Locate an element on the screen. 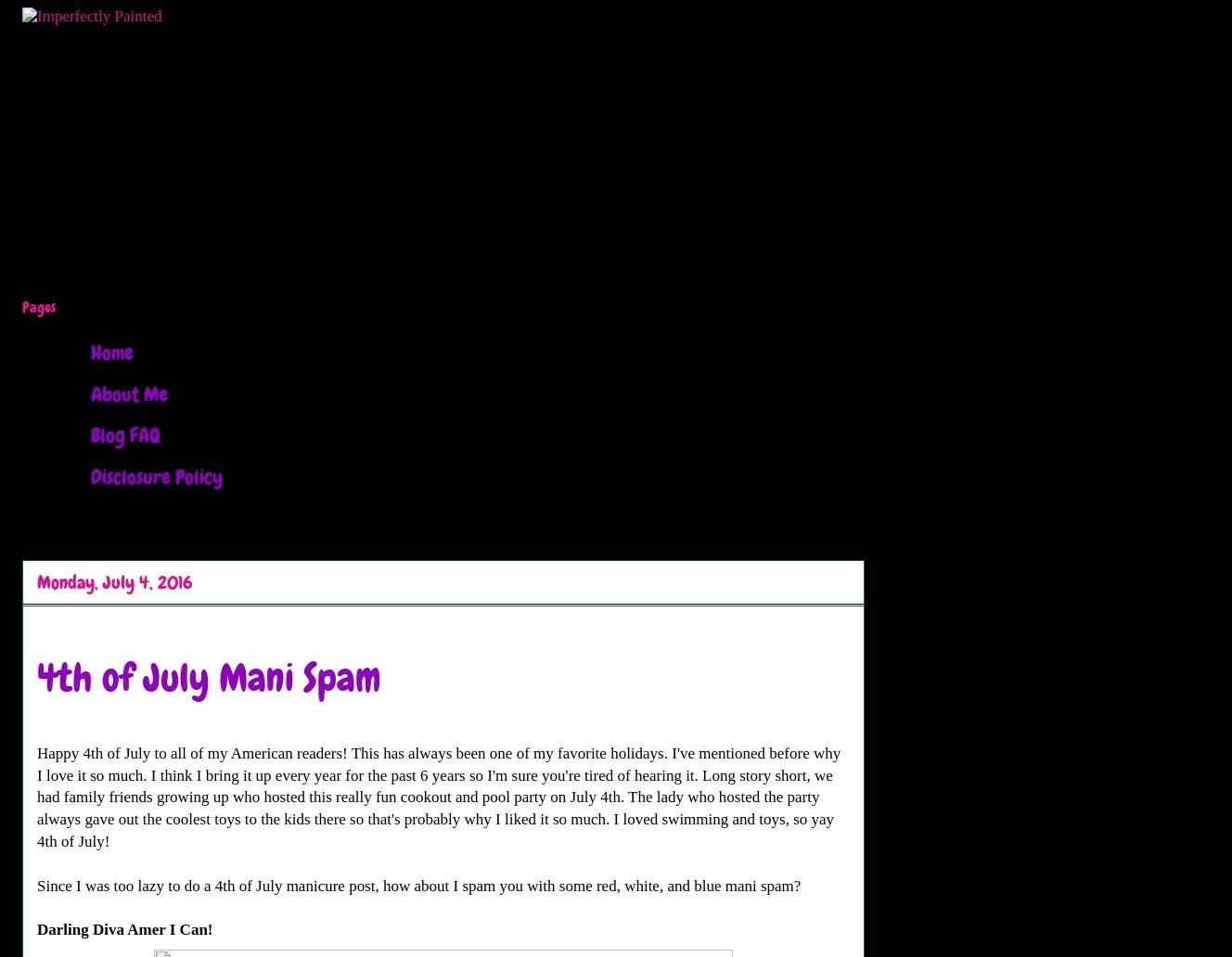 The image size is (1232, 957). 'Darling Diva Amer I Can!' is located at coordinates (123, 928).